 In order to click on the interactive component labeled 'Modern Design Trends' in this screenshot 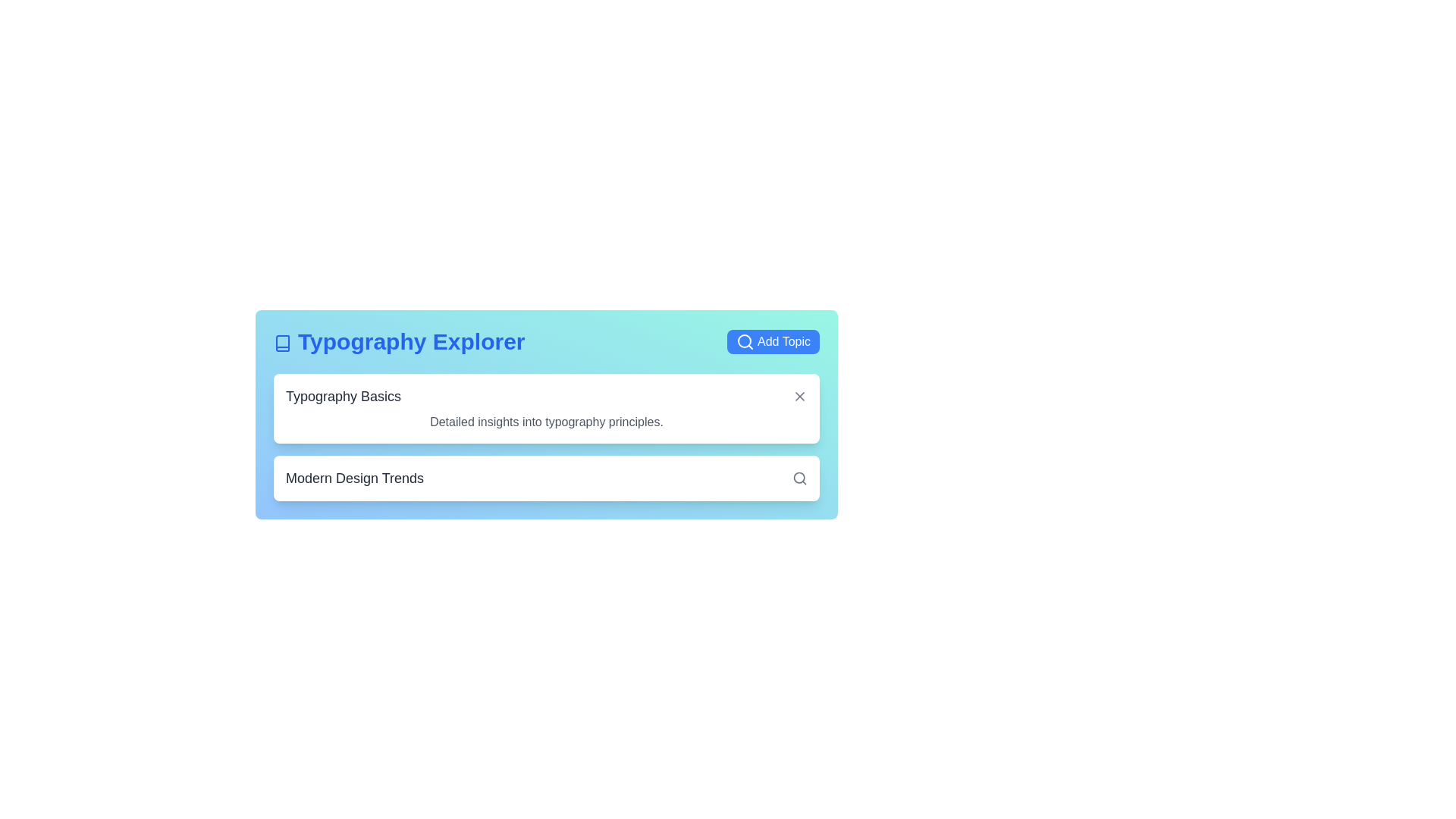, I will do `click(546, 479)`.